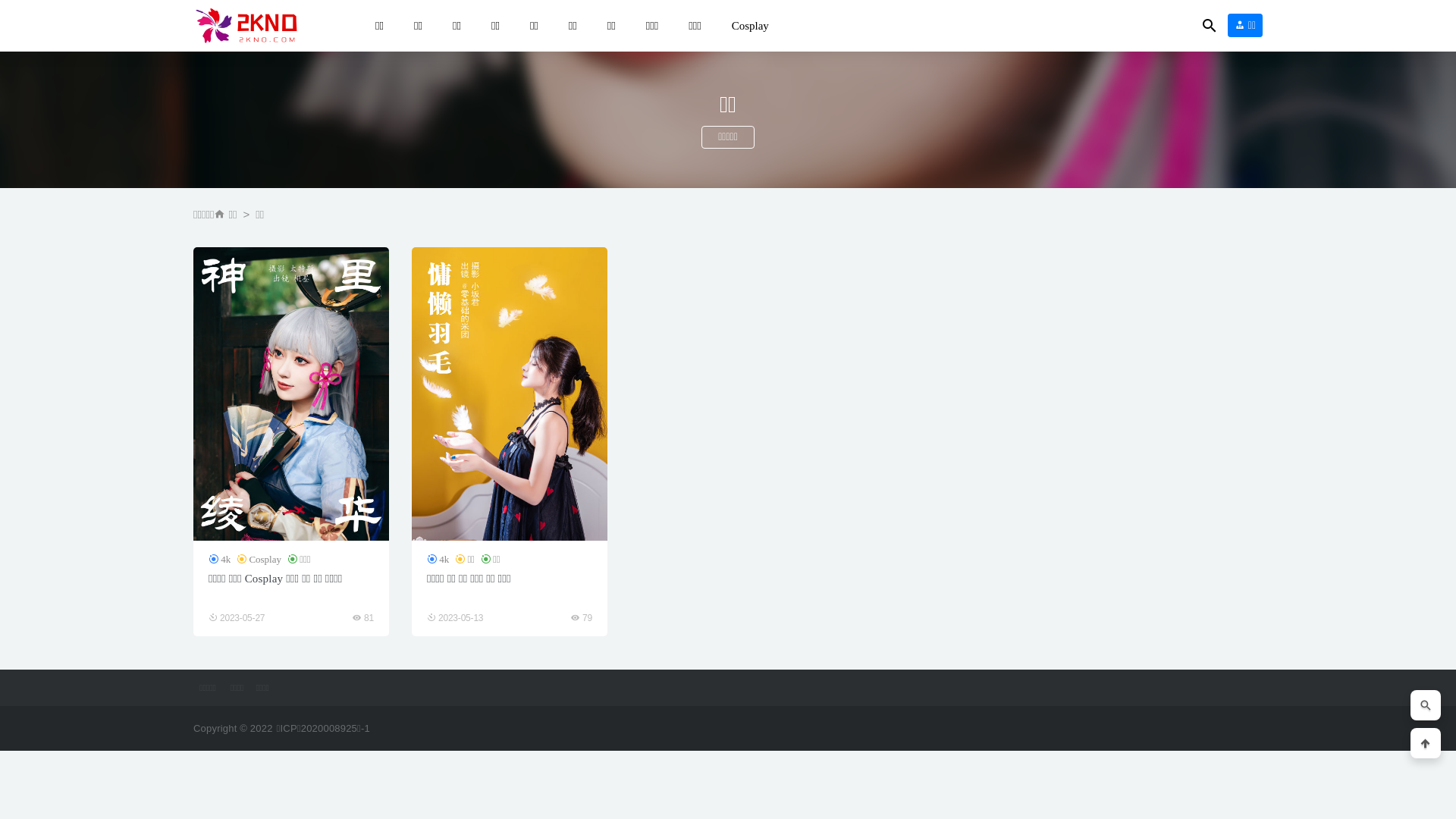 The height and width of the screenshot is (819, 1456). I want to click on '4k', so click(207, 559).